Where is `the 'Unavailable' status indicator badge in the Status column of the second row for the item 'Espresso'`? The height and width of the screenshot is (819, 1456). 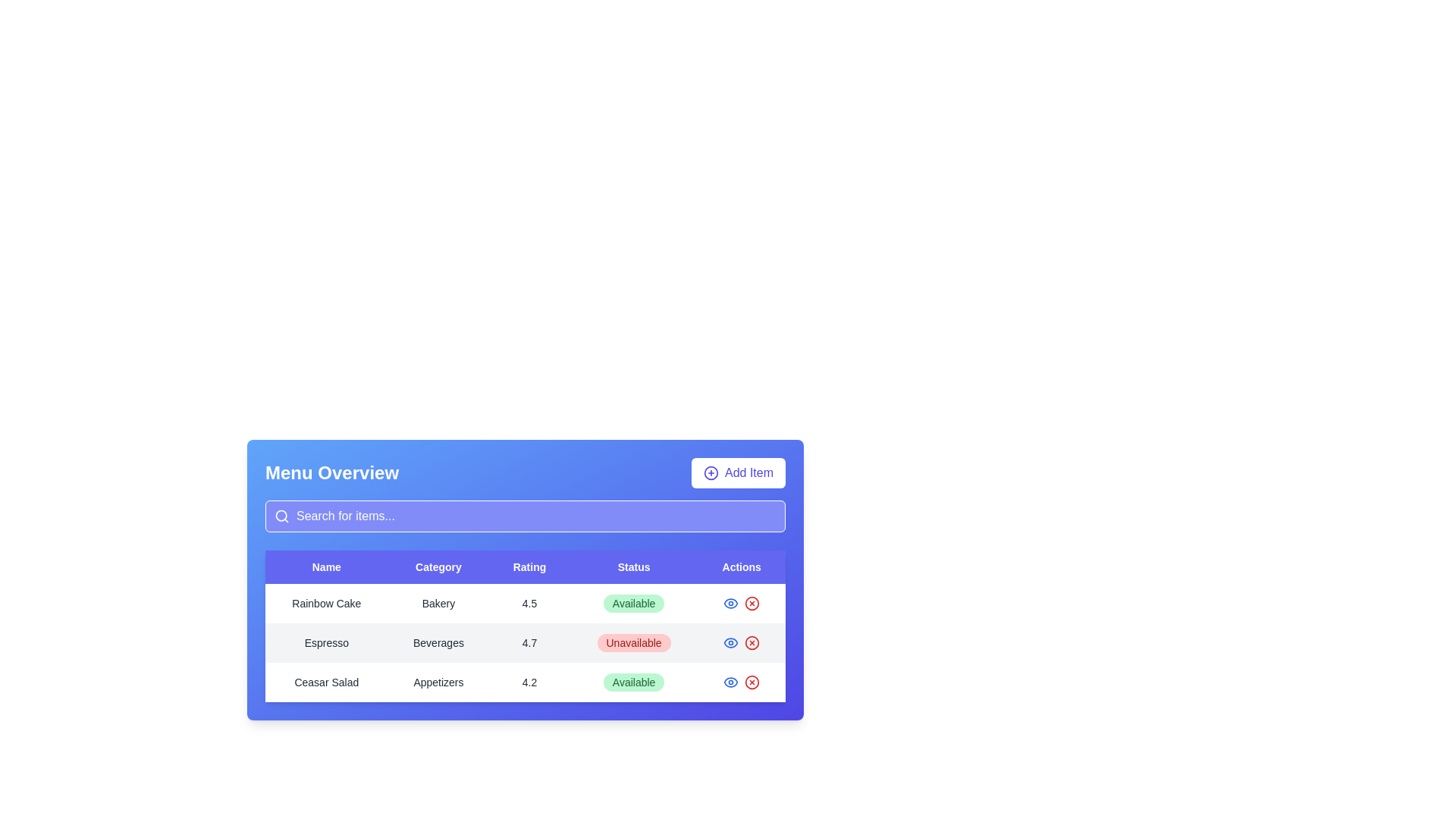 the 'Unavailable' status indicator badge in the Status column of the second row for the item 'Espresso' is located at coordinates (634, 643).